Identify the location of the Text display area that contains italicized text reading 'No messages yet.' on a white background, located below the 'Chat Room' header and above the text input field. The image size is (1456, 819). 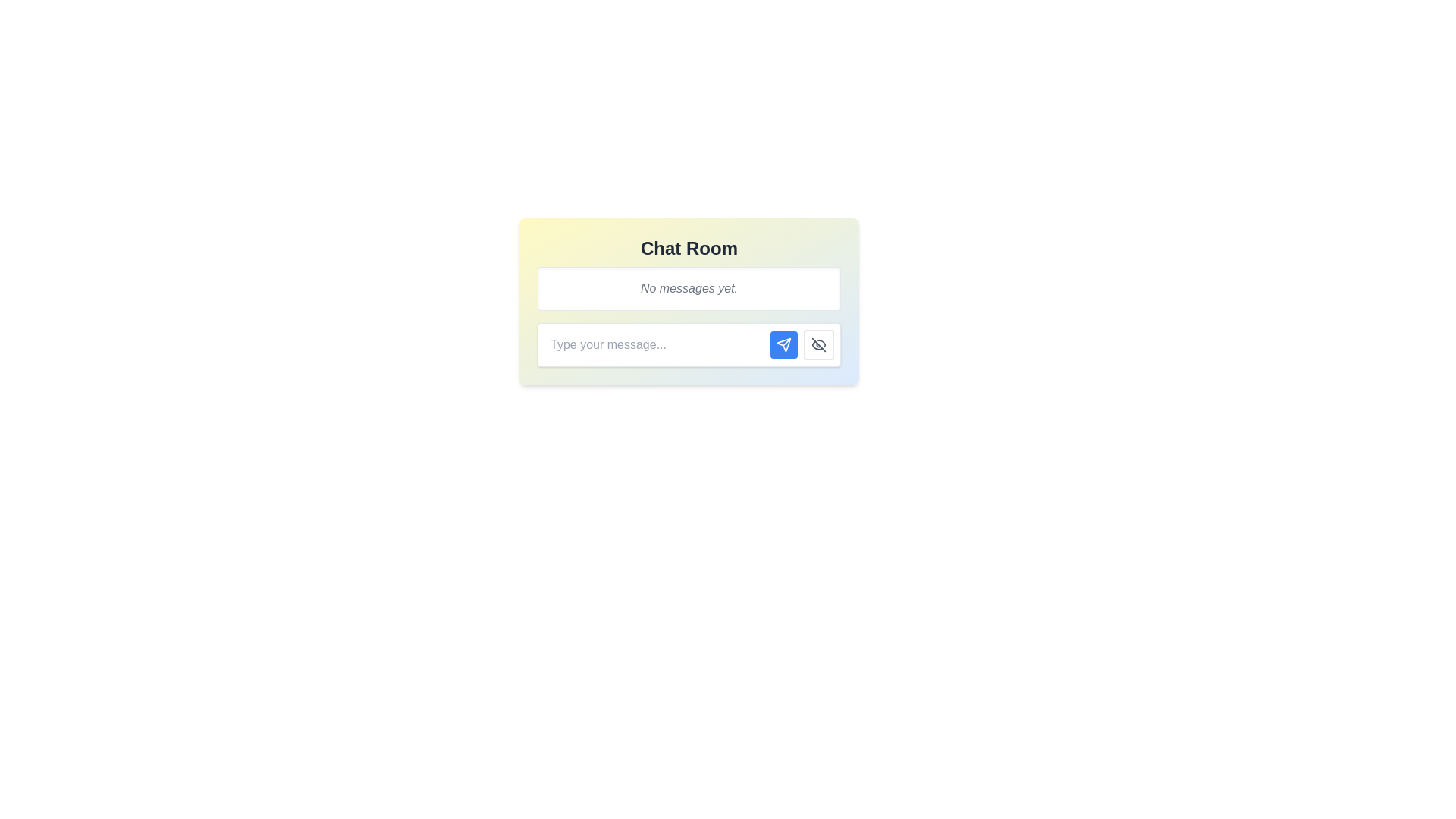
(688, 289).